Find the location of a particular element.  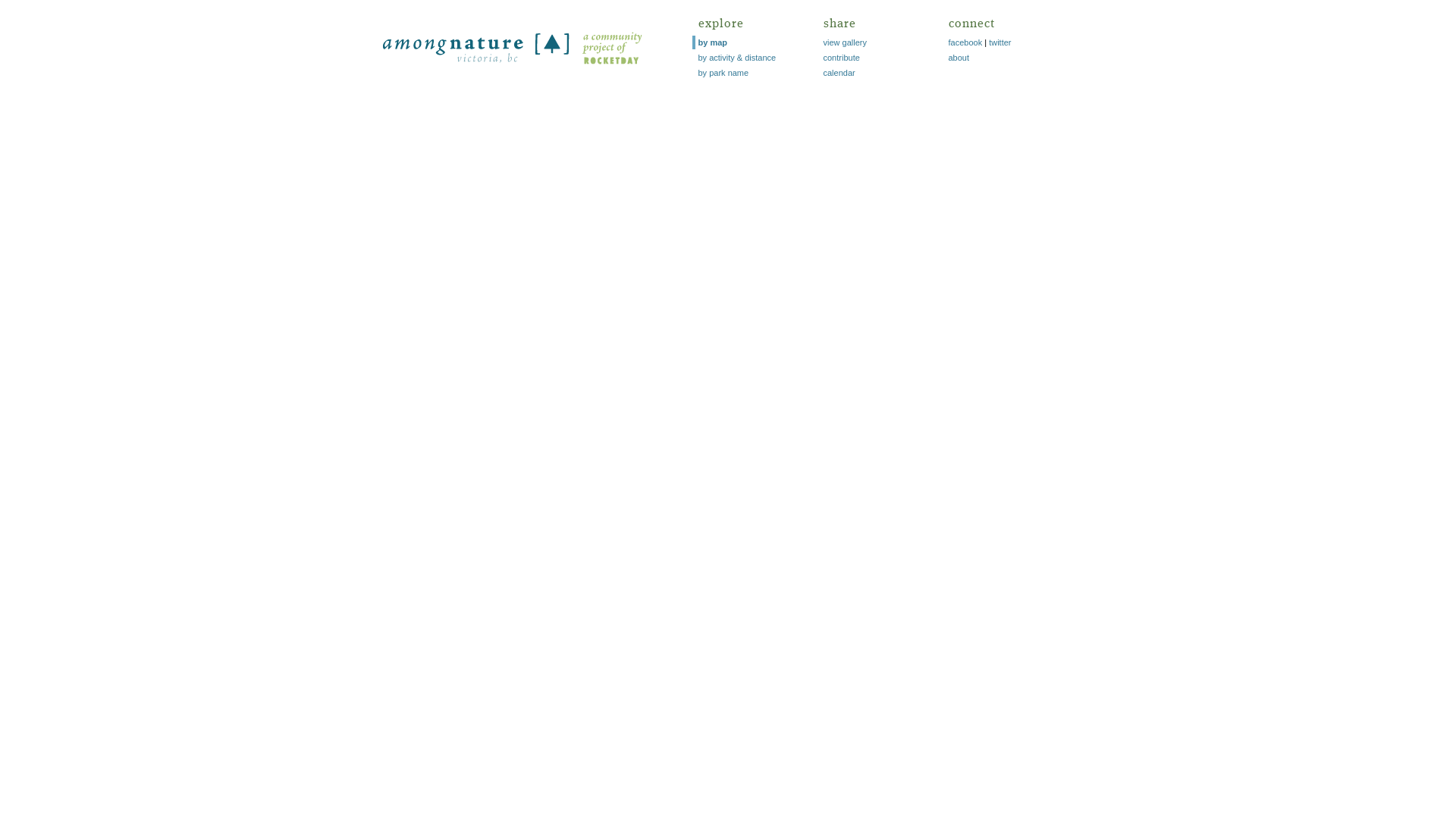

'twitter' is located at coordinates (999, 42).